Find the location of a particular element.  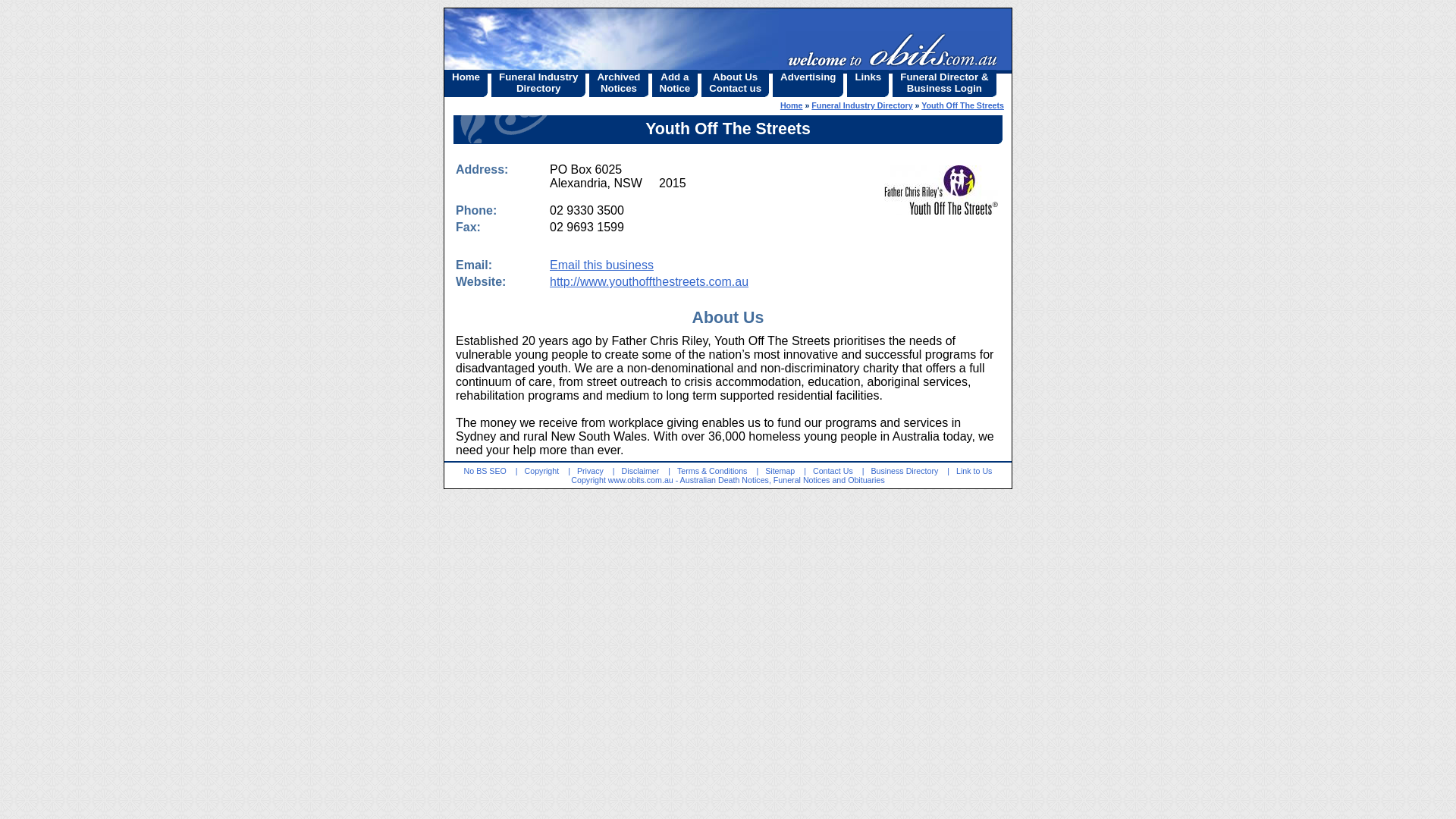

'Disclaimer' is located at coordinates (615, 470).